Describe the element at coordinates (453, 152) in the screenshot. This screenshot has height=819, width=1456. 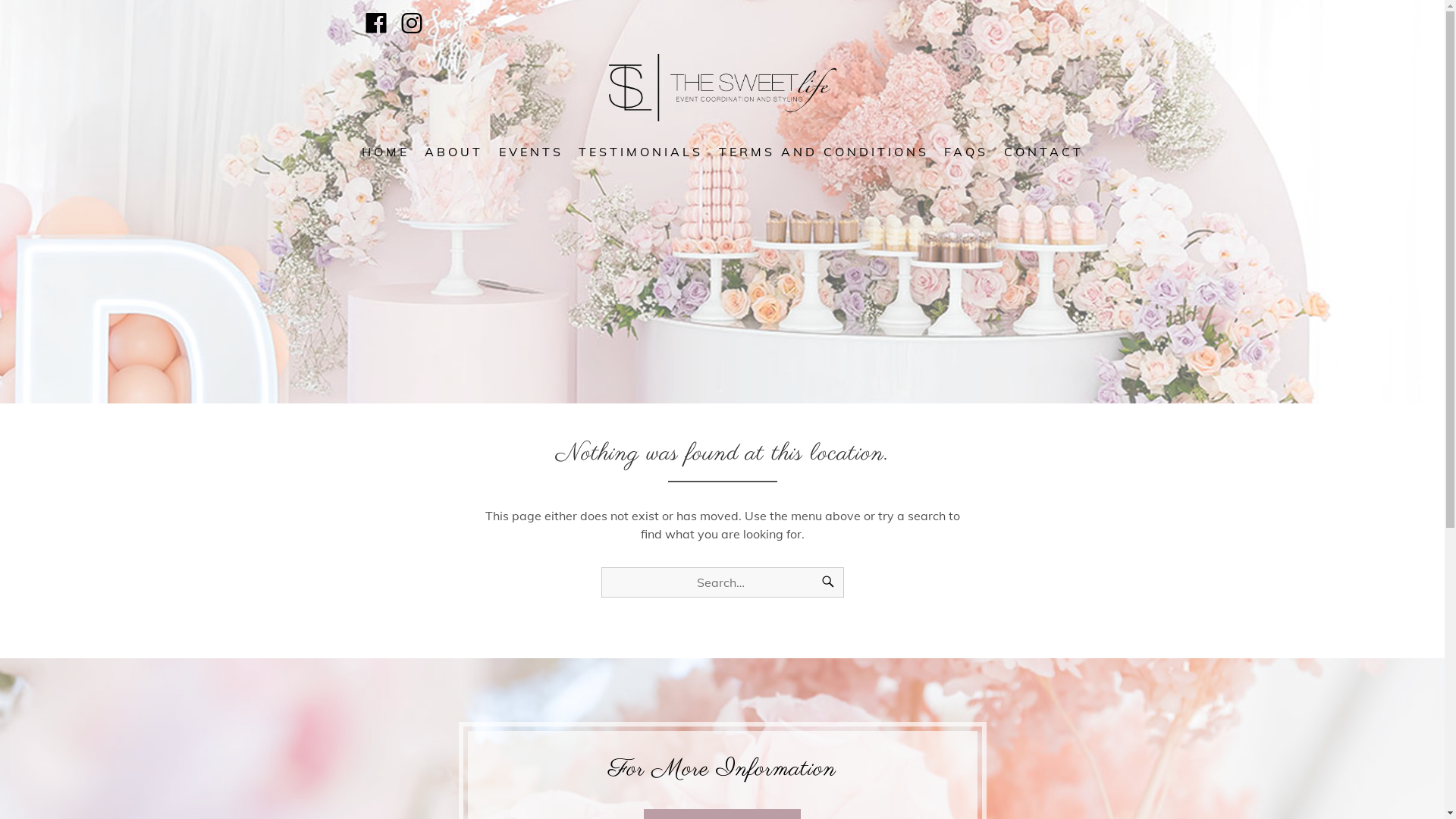
I see `'ABOUT'` at that location.